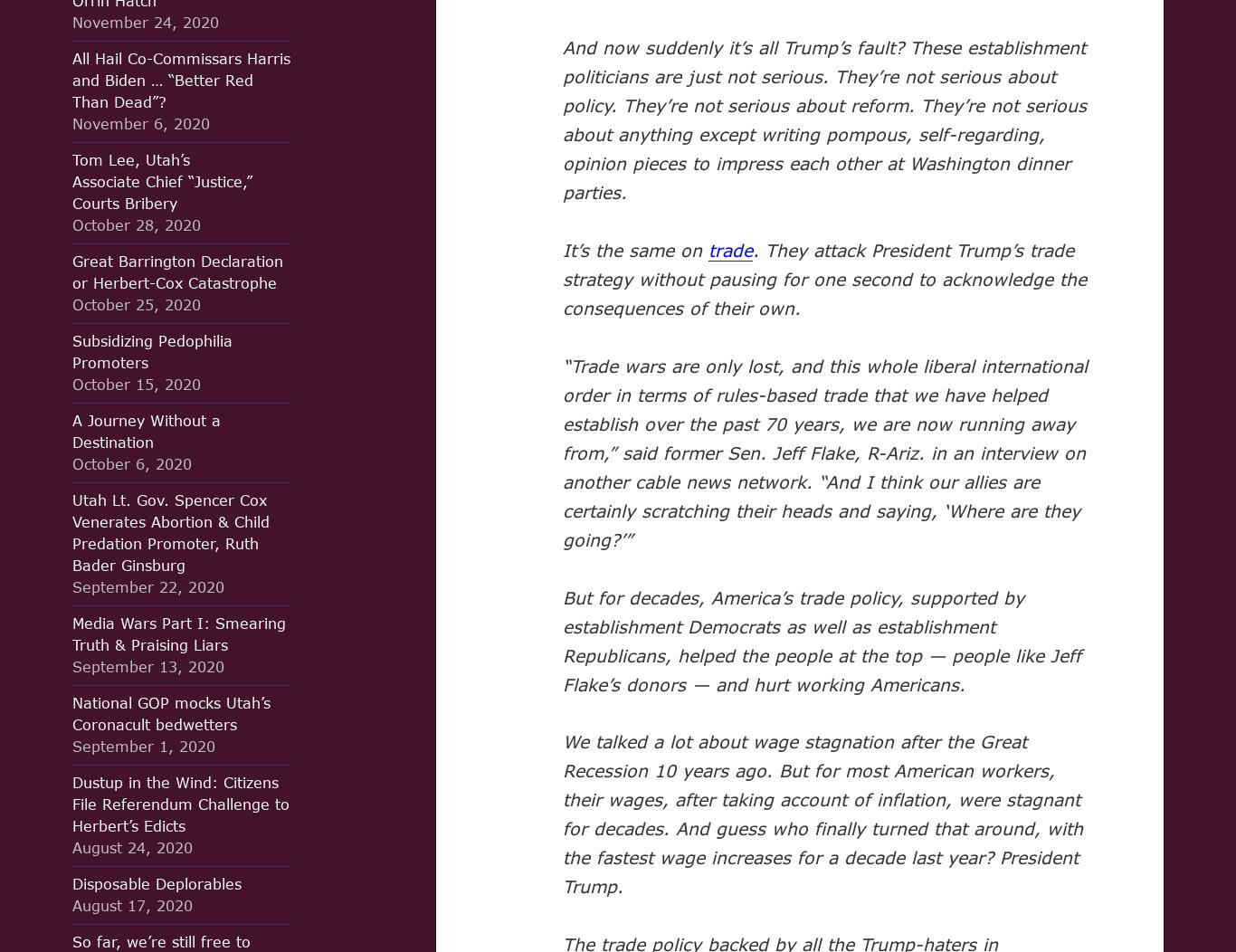  Describe the element at coordinates (176, 271) in the screenshot. I see `'Great Barrington Declaration or Herbert-Cox Catastrophe'` at that location.